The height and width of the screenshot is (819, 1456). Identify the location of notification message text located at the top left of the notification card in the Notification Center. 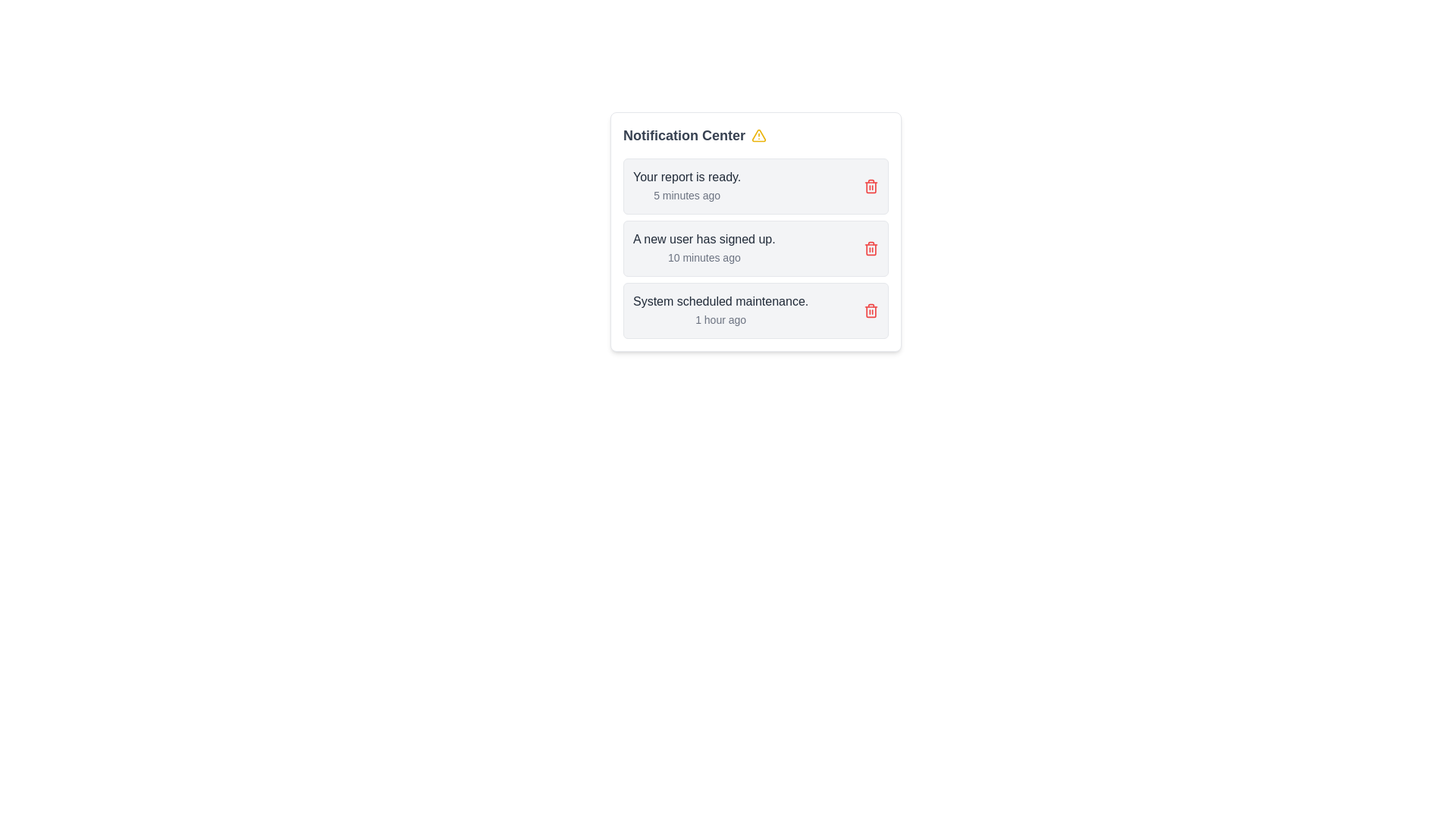
(686, 177).